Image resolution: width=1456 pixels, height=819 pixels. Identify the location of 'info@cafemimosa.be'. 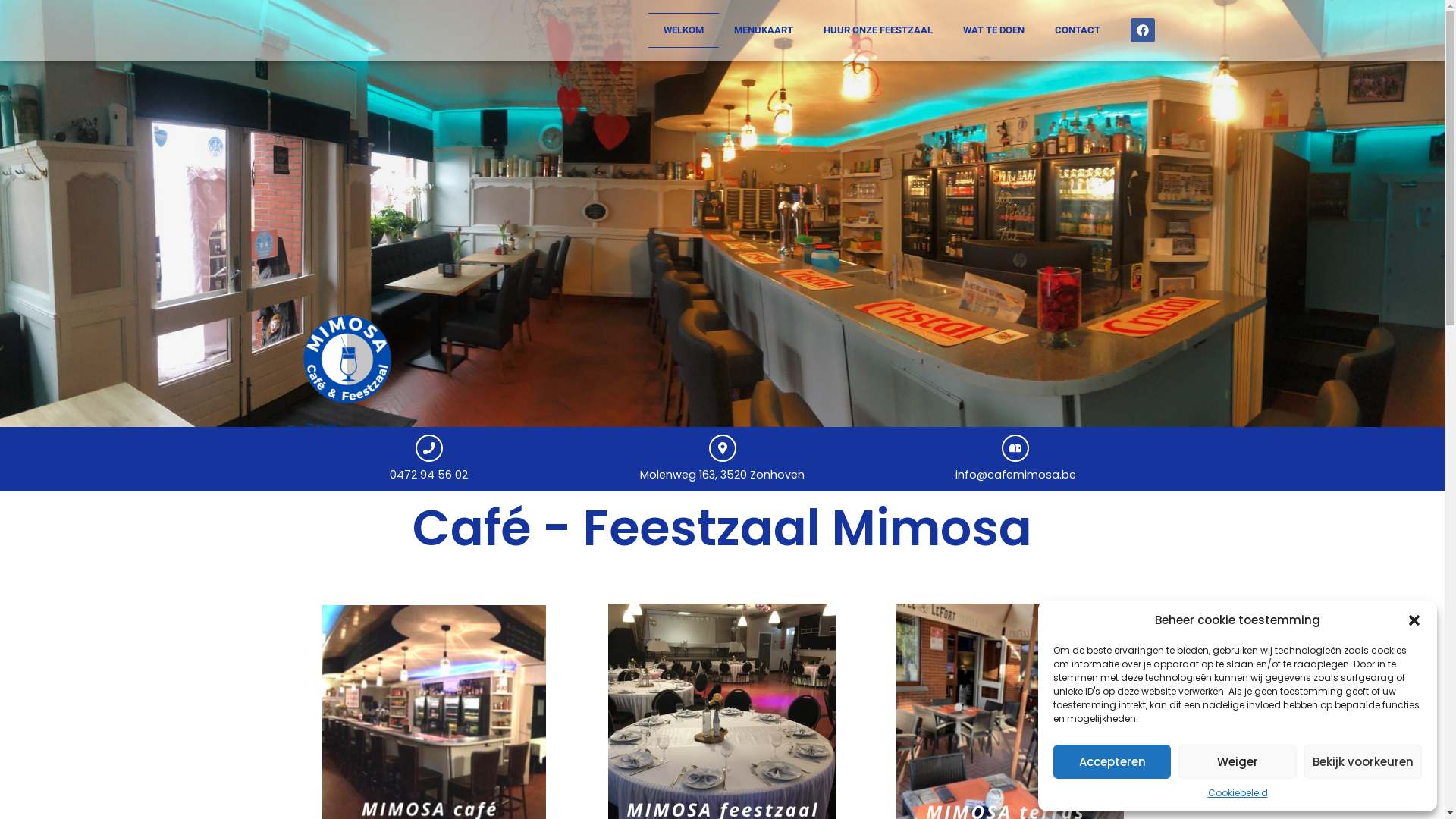
(1015, 473).